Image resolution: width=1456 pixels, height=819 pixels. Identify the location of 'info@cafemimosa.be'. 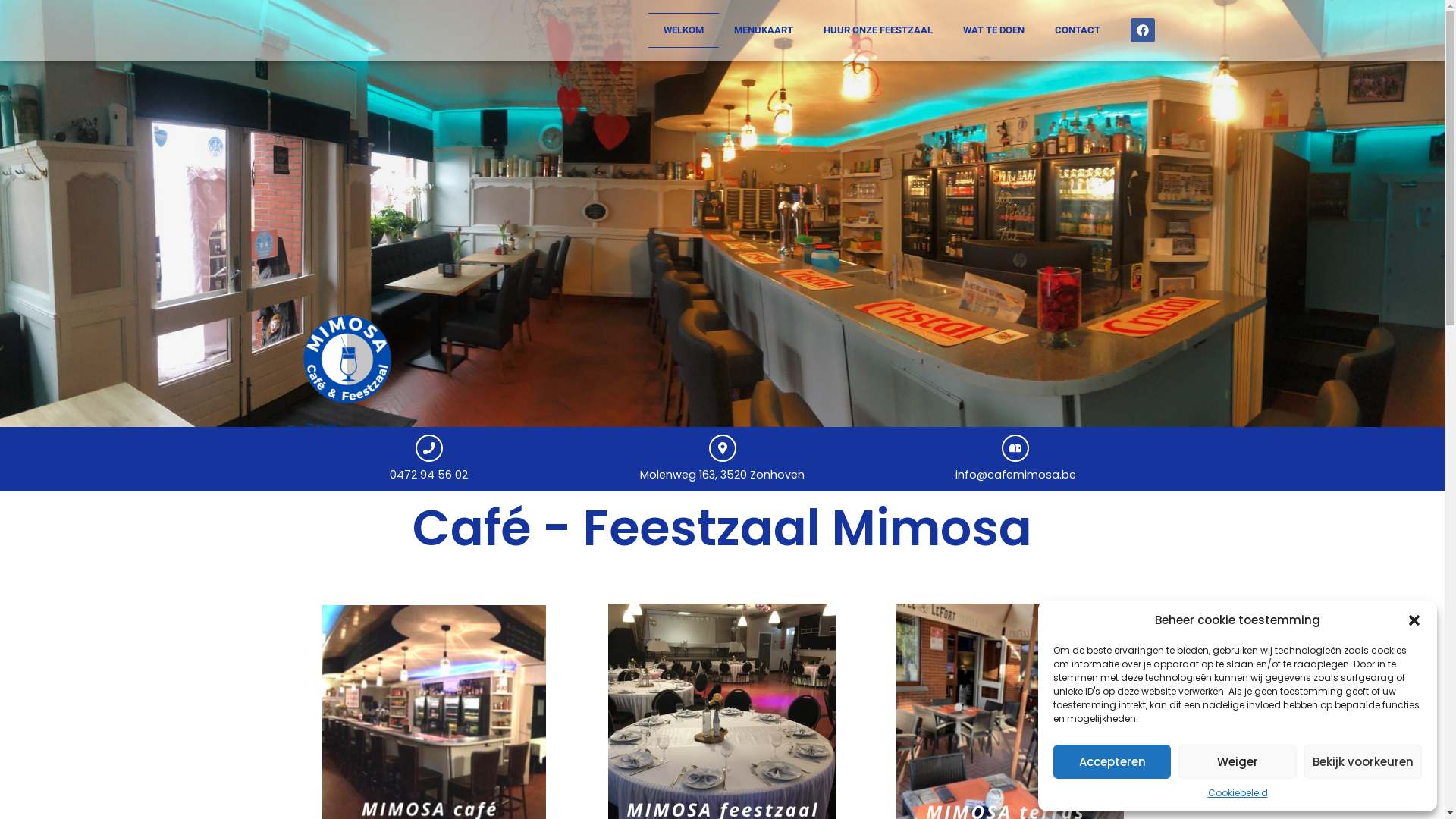
(1015, 473).